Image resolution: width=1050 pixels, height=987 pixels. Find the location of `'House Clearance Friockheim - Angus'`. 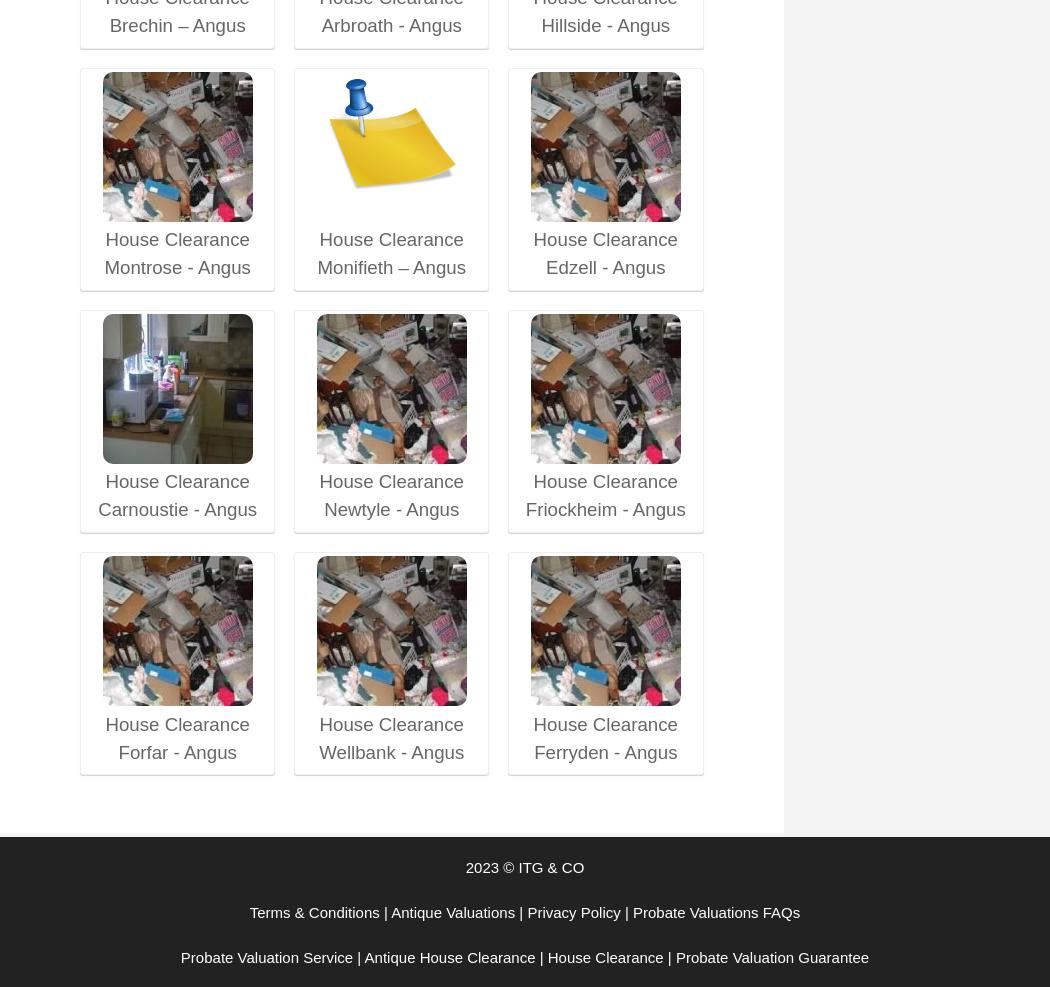

'House Clearance Friockheim - Angus' is located at coordinates (605, 495).